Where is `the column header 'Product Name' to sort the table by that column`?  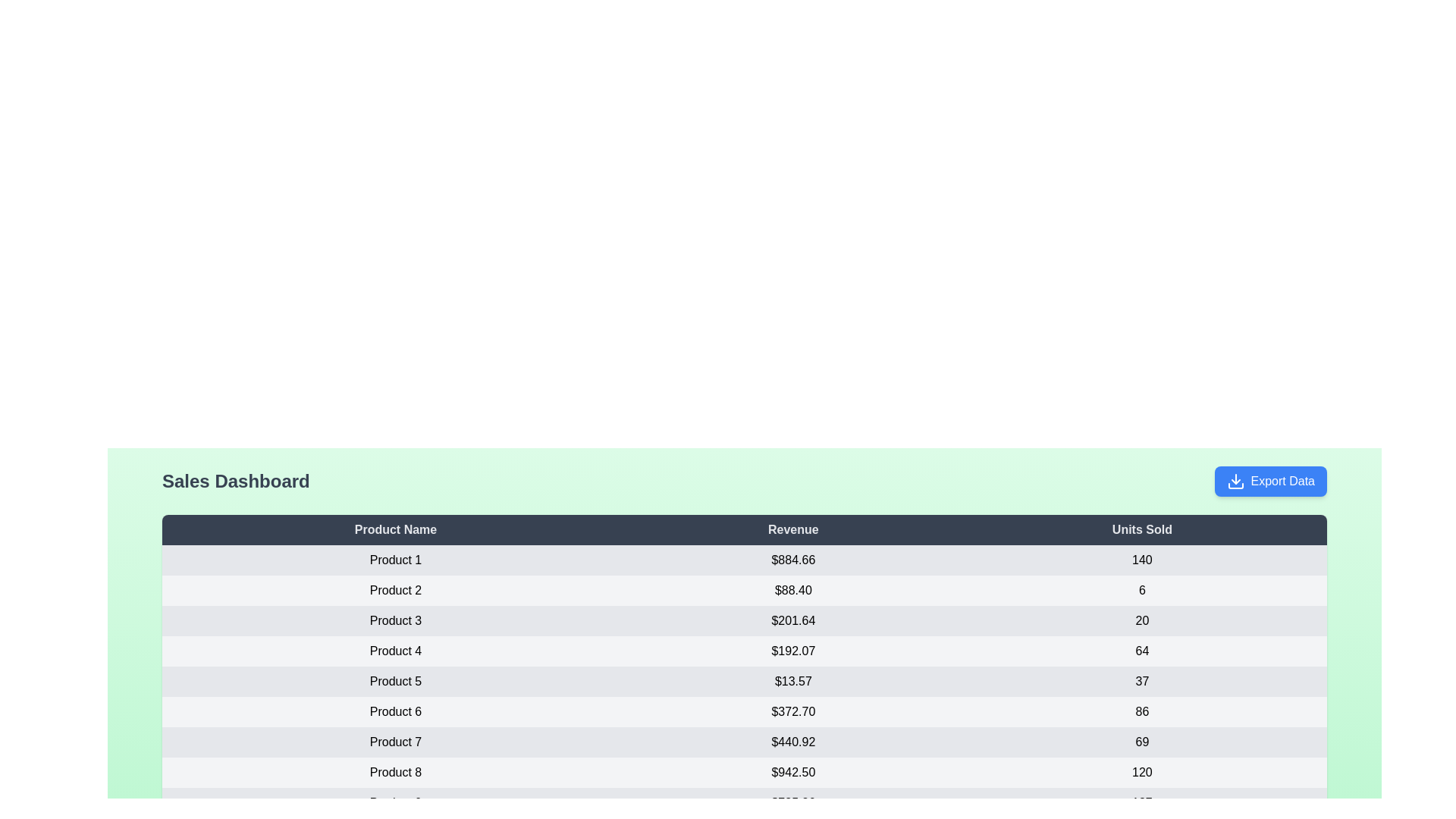
the column header 'Product Name' to sort the table by that column is located at coordinates (396, 529).